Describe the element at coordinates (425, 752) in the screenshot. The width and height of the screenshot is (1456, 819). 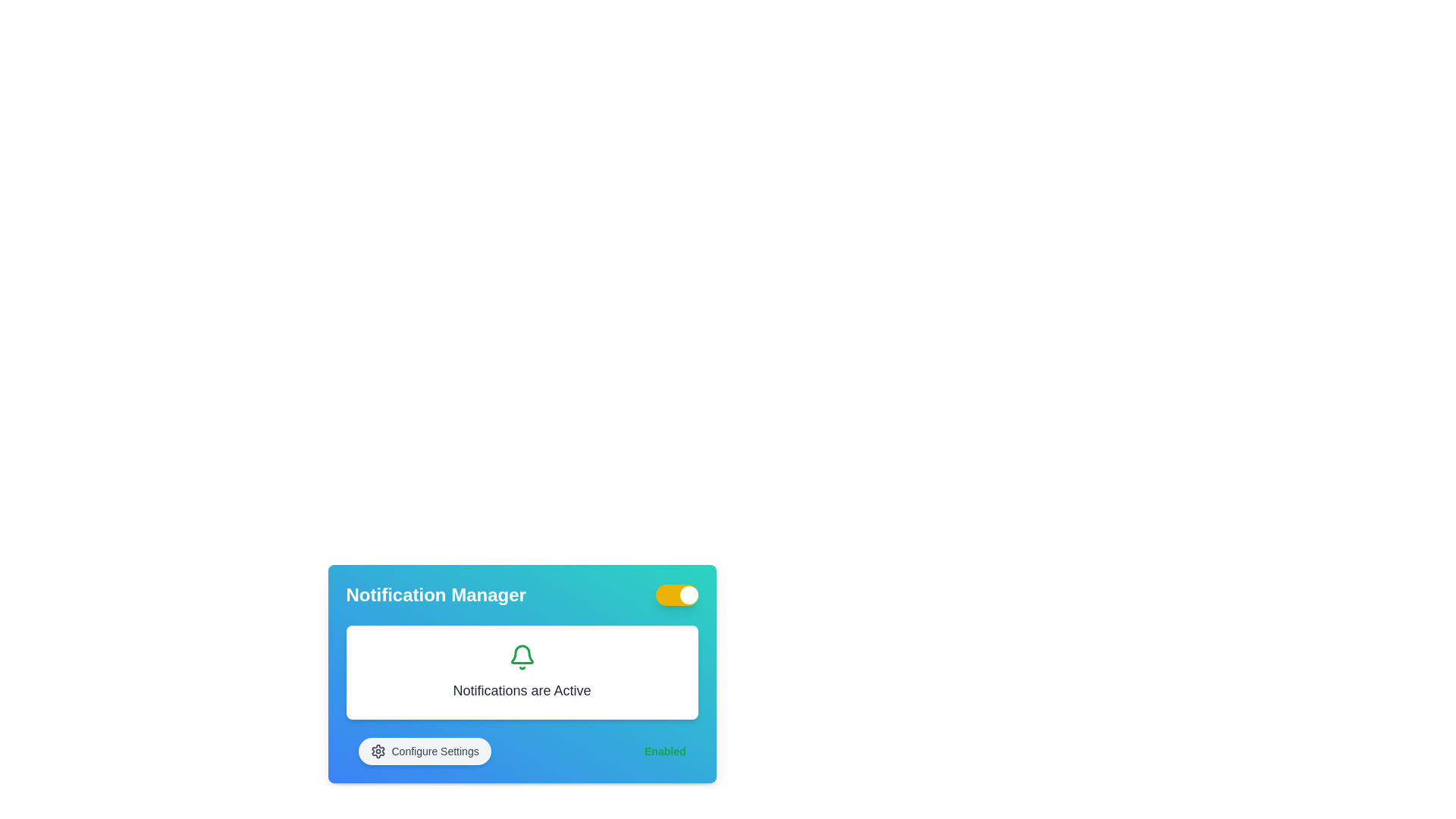
I see `the 'Configure Settings' button, which has a light gray background and a gear icon, to observe its hover effects` at that location.